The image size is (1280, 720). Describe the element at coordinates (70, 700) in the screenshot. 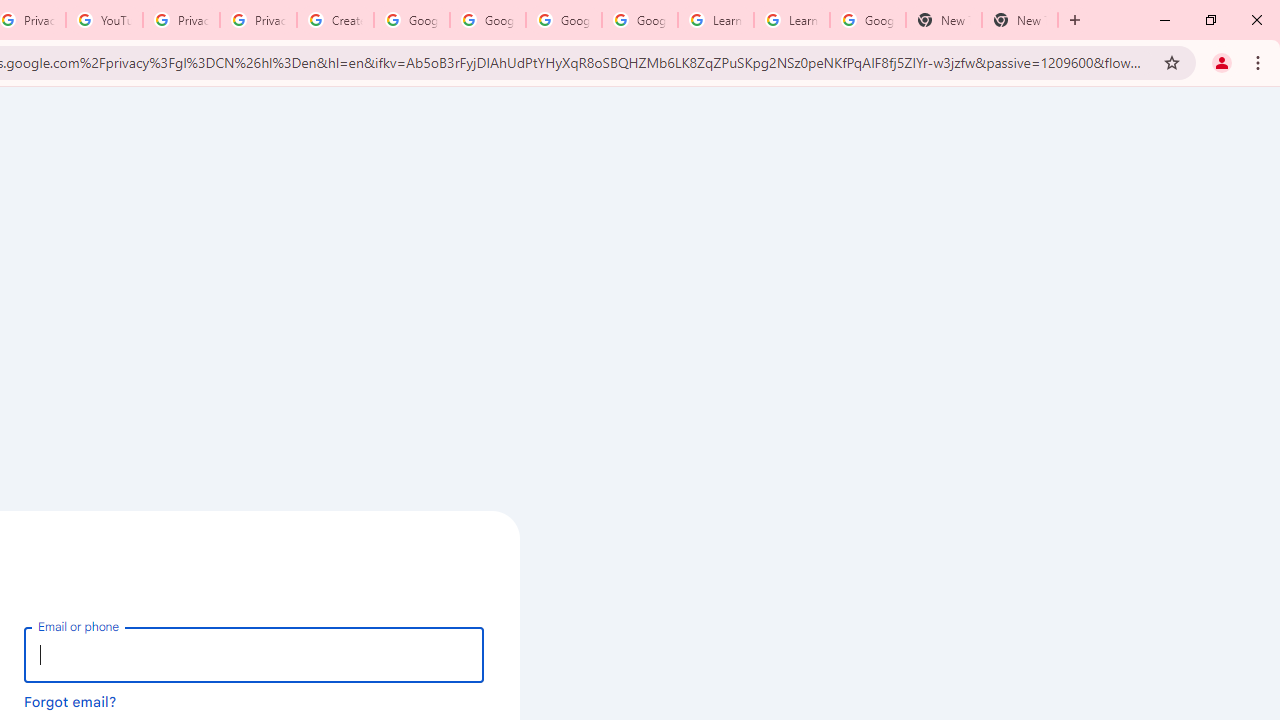

I see `'Forgot email?'` at that location.